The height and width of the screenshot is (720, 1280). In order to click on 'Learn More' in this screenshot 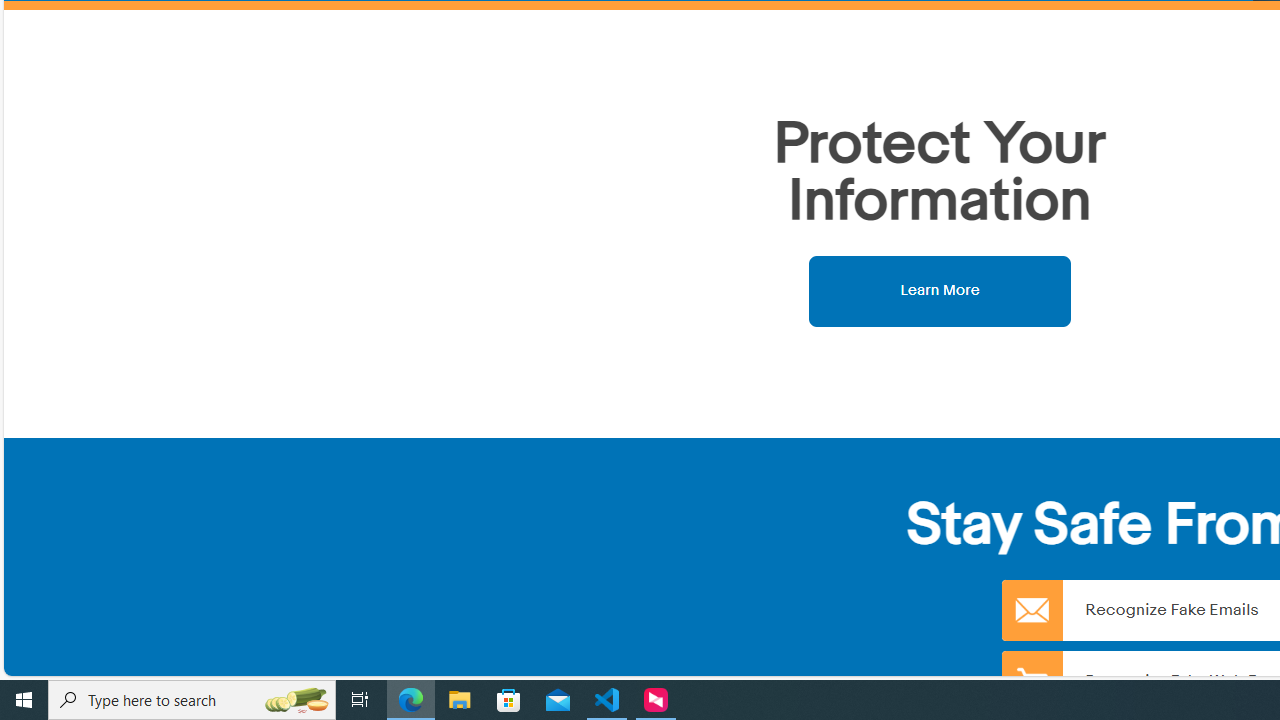, I will do `click(939, 290)`.